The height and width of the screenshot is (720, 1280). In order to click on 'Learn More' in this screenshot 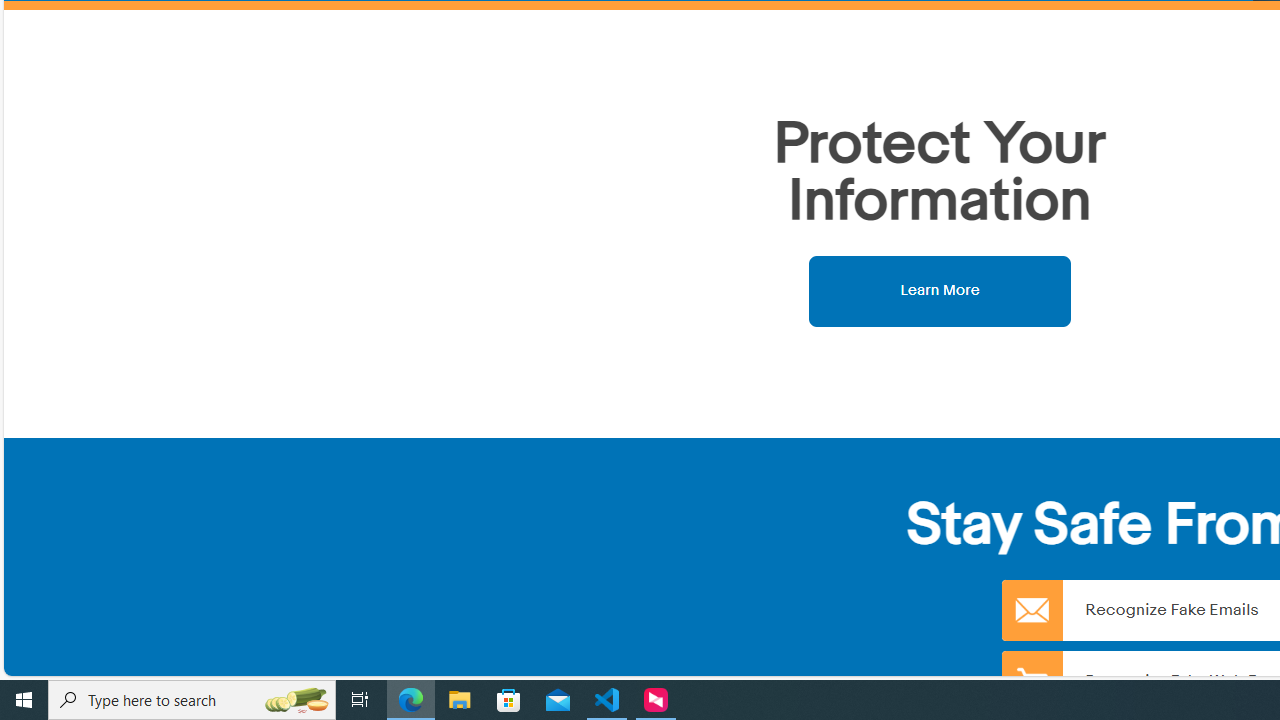, I will do `click(939, 290)`.